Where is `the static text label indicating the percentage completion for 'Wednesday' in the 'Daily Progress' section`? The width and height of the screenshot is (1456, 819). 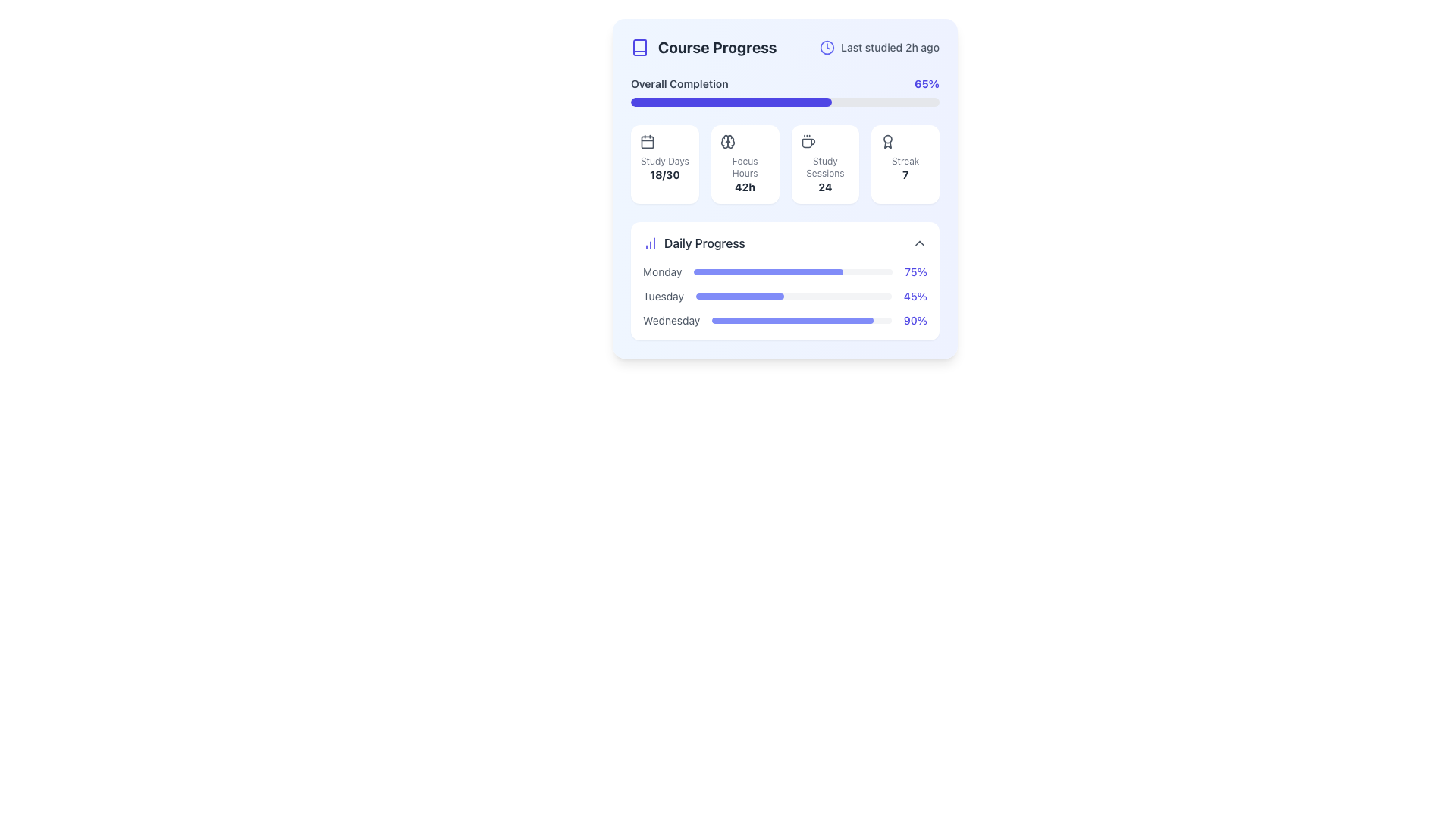 the static text label indicating the percentage completion for 'Wednesday' in the 'Daily Progress' section is located at coordinates (915, 320).